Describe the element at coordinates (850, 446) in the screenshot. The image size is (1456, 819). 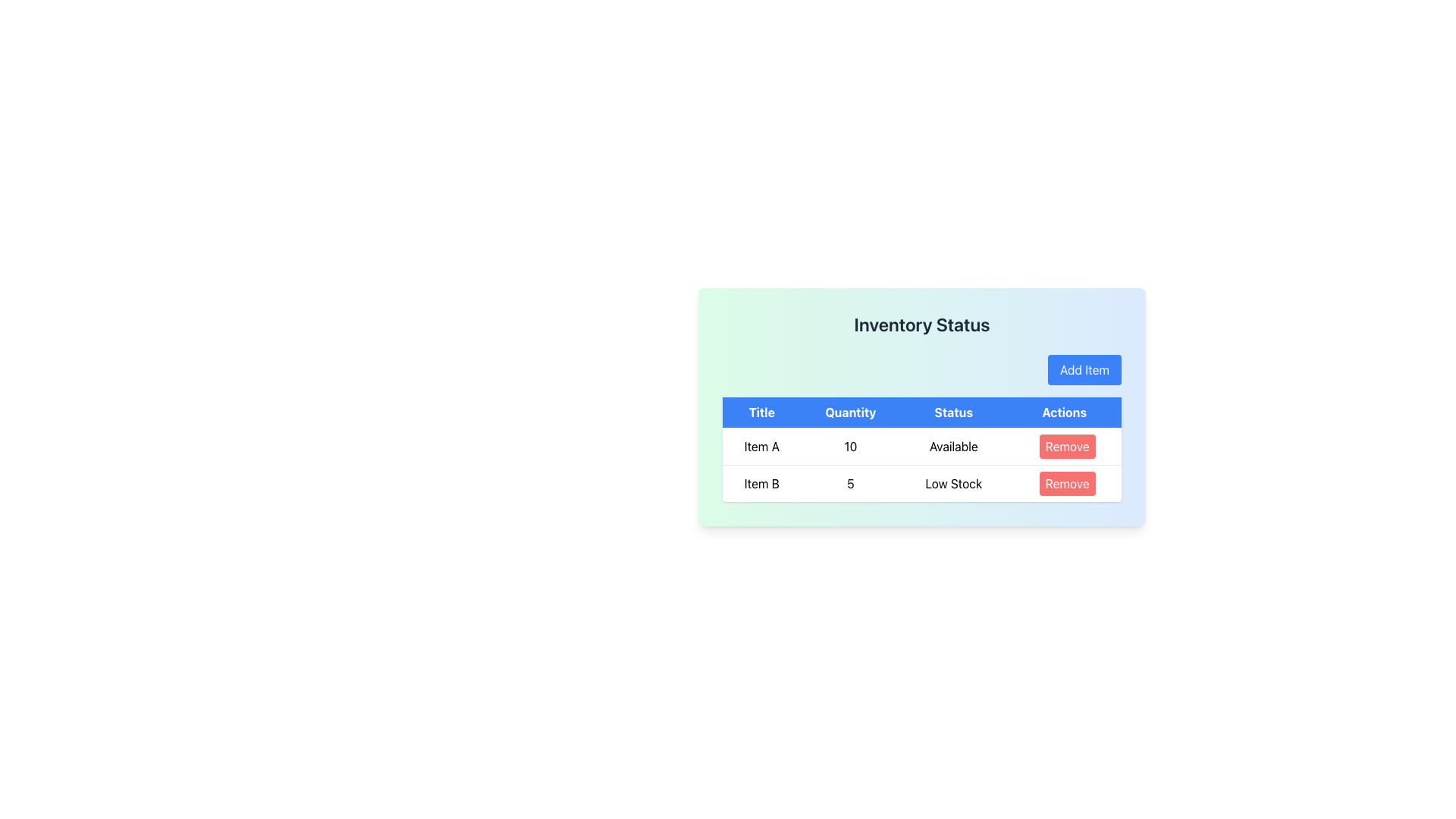
I see `the static text element displaying '10' located in the second column of the first row within the 'Inventory Status' table` at that location.